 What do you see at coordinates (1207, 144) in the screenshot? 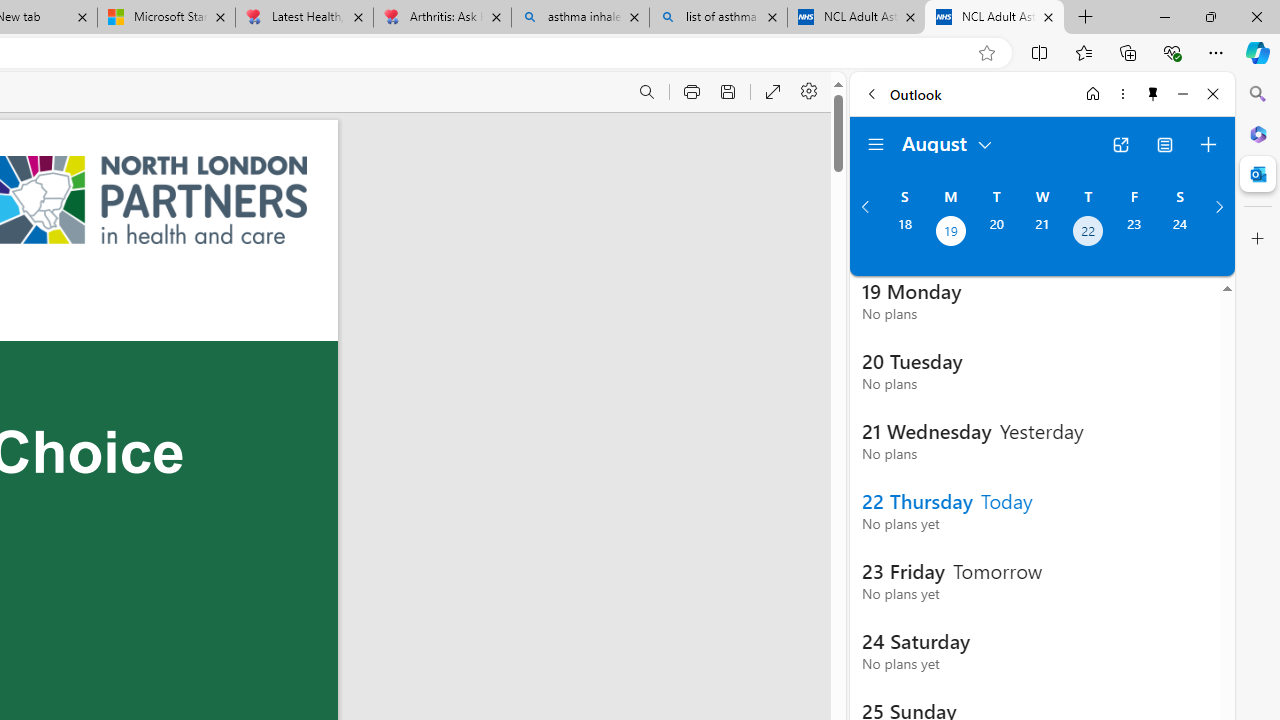
I see `'Create event'` at bounding box center [1207, 144].